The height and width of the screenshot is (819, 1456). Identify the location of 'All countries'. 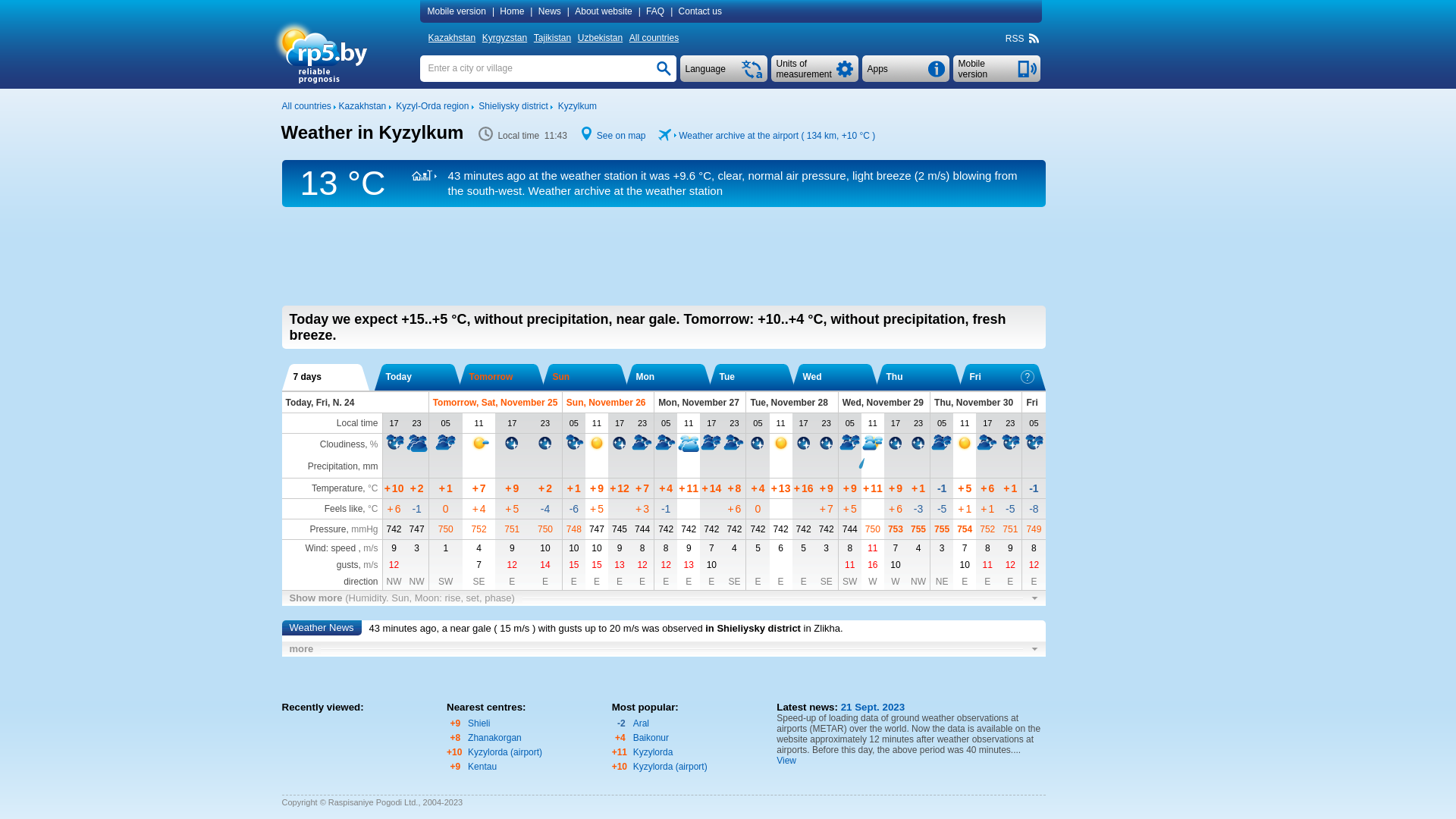
(306, 105).